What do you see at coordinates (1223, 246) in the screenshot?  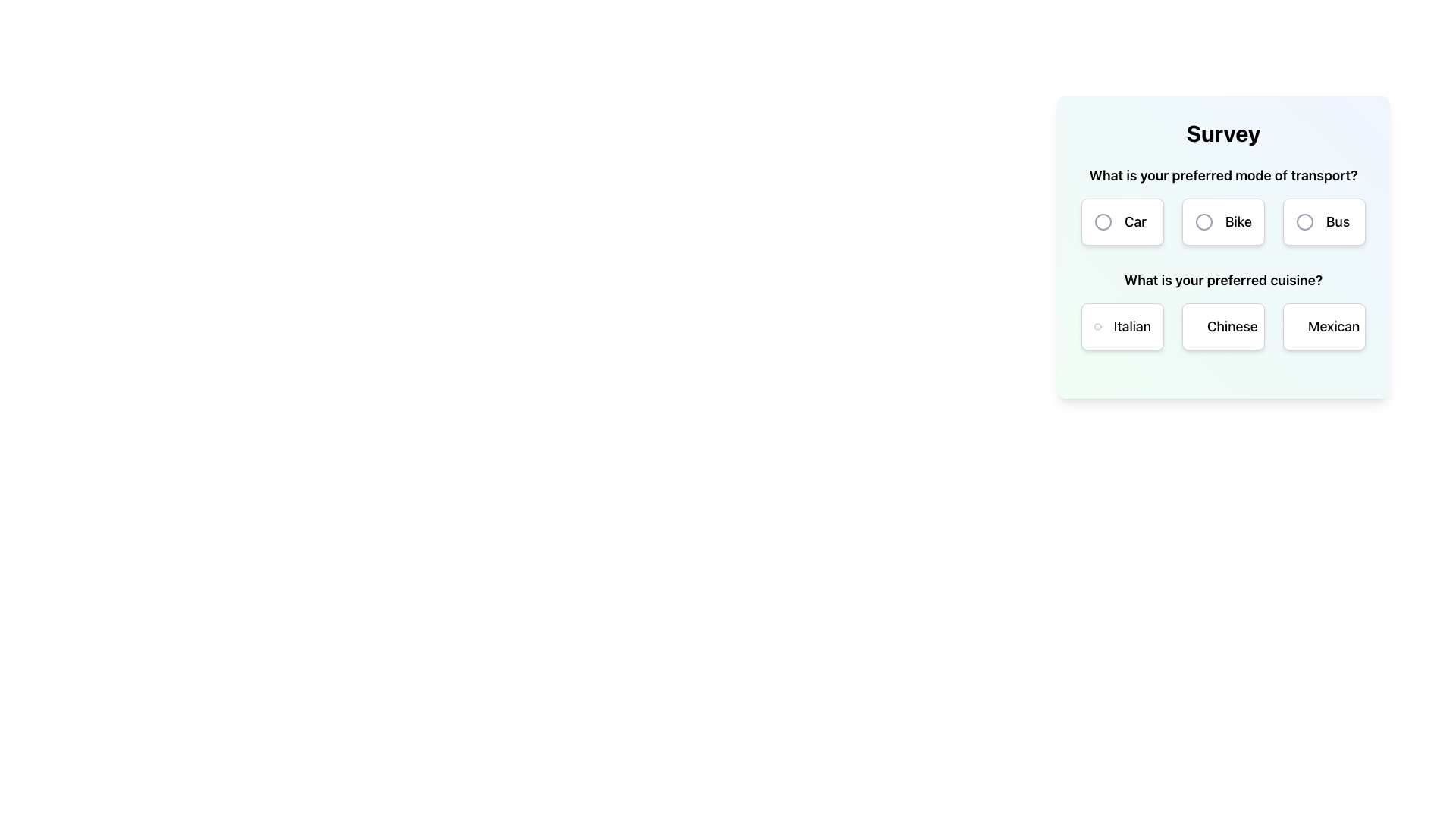 I see `the options within the survey panel that features a gradient background transitioning from green to blue, containing questions about preferred transport and cuisine` at bounding box center [1223, 246].